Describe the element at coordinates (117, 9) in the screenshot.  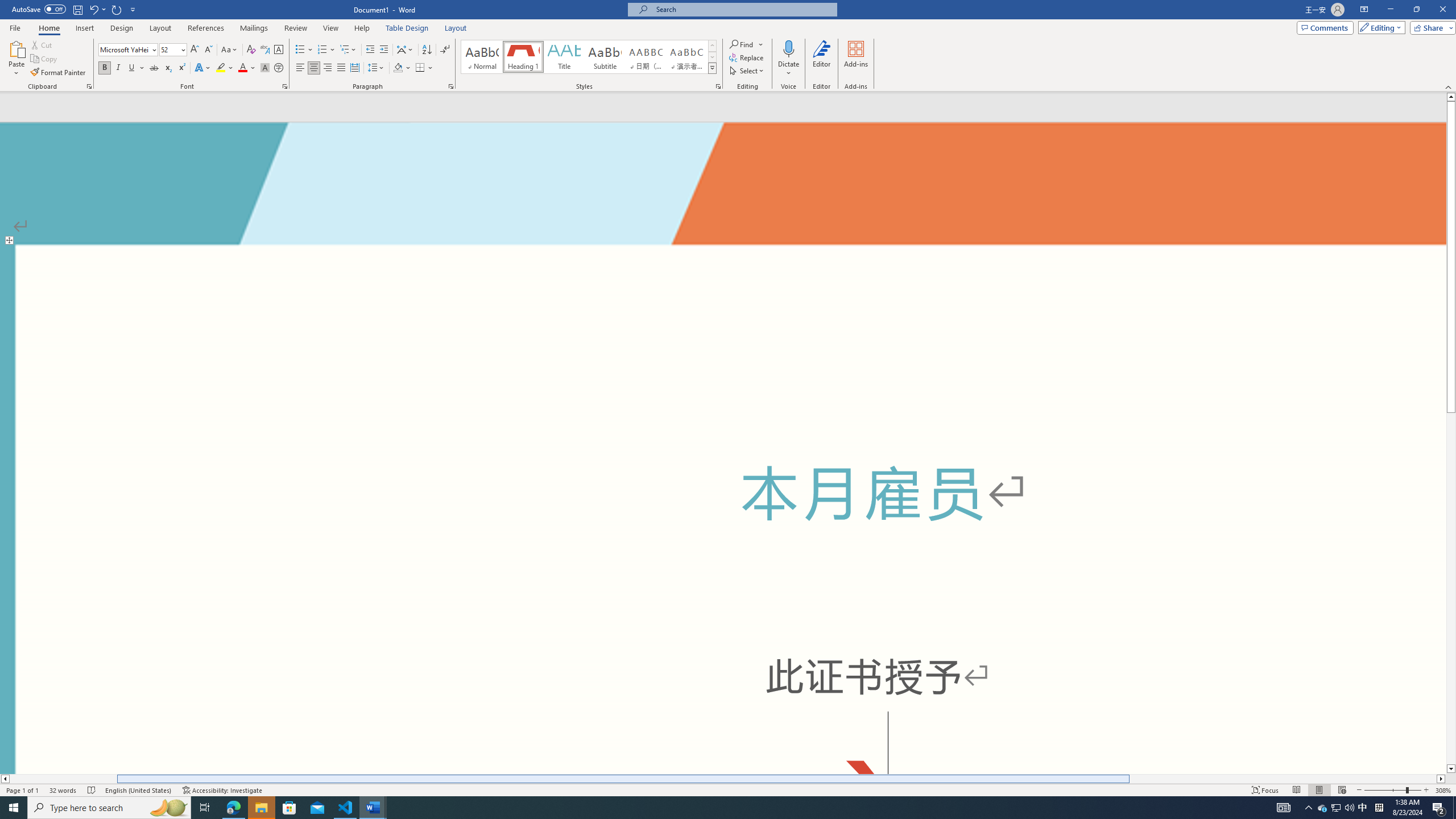
I see `'Repeat Typing'` at that location.